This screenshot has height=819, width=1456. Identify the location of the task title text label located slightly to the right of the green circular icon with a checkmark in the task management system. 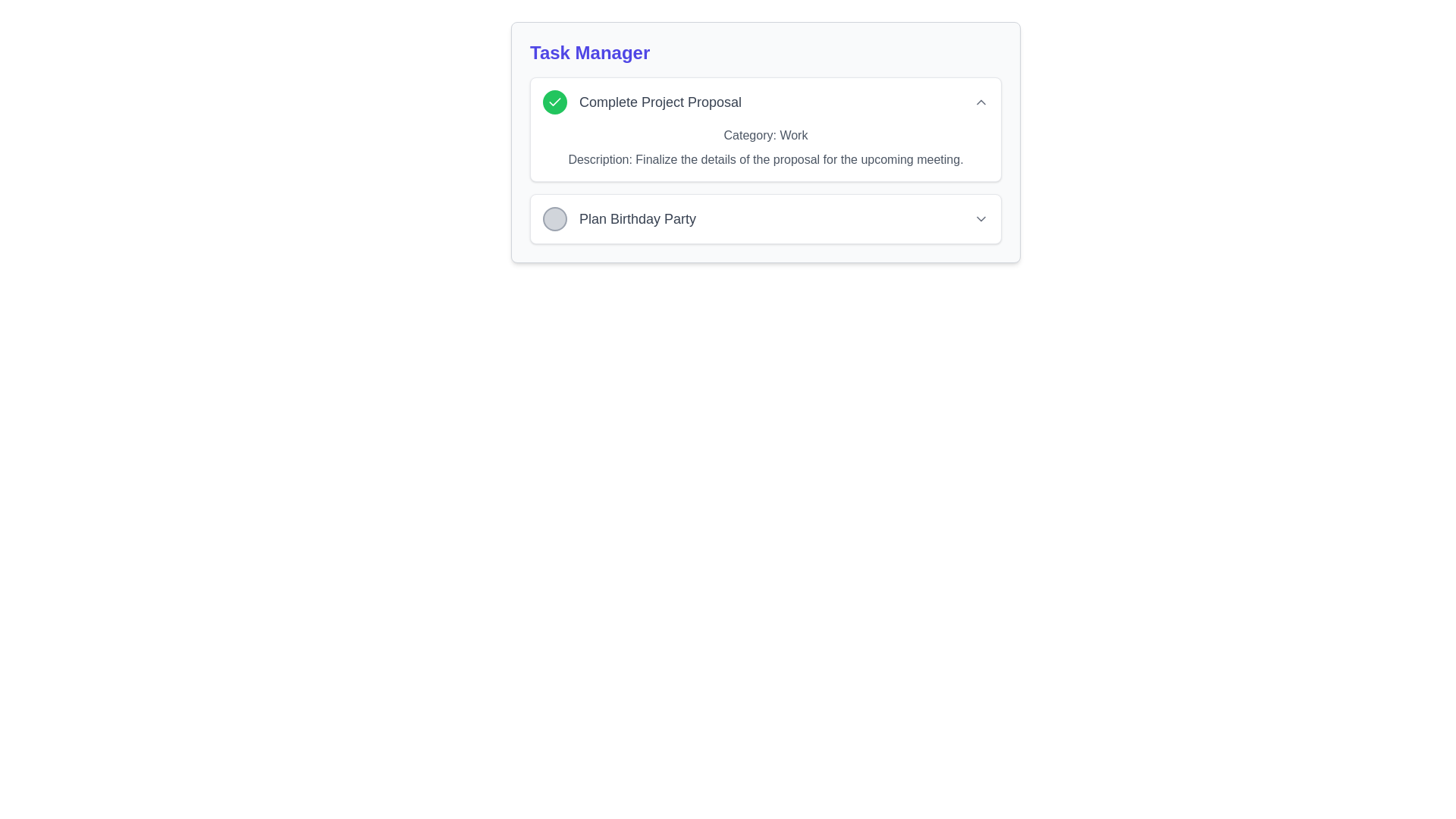
(661, 102).